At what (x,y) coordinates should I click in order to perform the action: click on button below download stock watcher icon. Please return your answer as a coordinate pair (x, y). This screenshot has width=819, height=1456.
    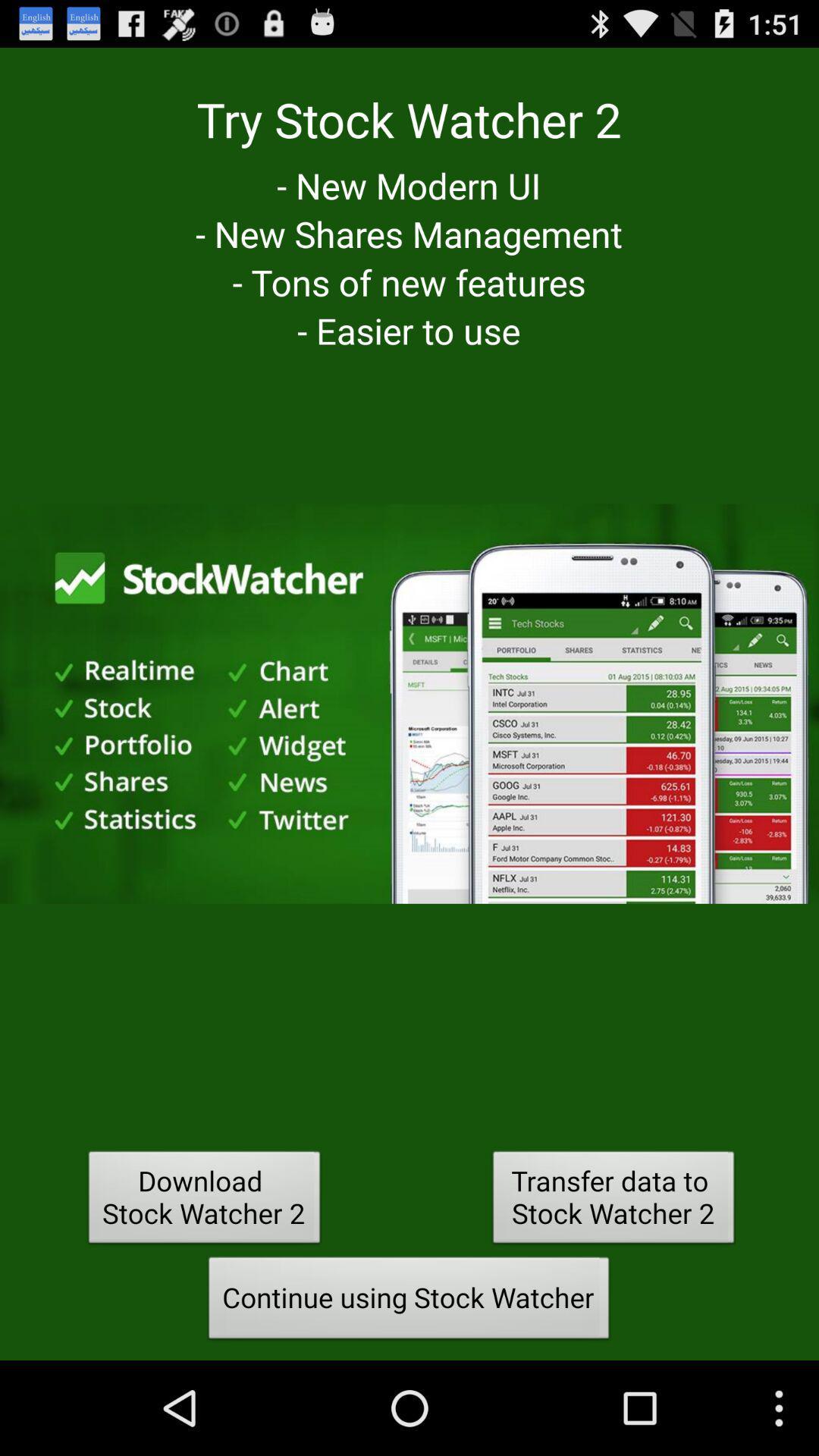
    Looking at the image, I should click on (408, 1301).